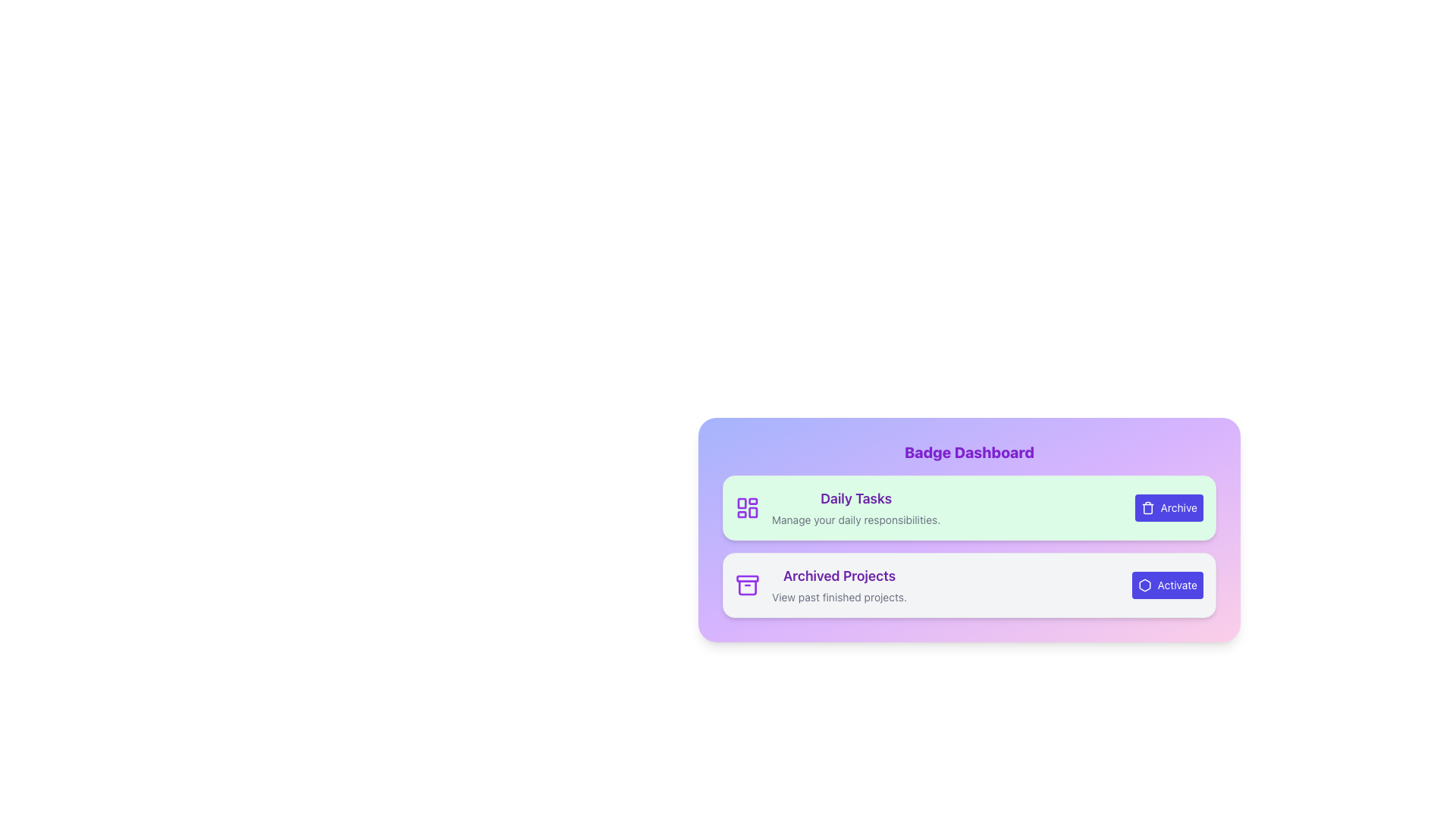  I want to click on the decorative SVG Icon within the 'Activate' button located in the bottom row, aligned to the right side of the row adjacent to the 'Archived Projects' text, so click(1144, 584).